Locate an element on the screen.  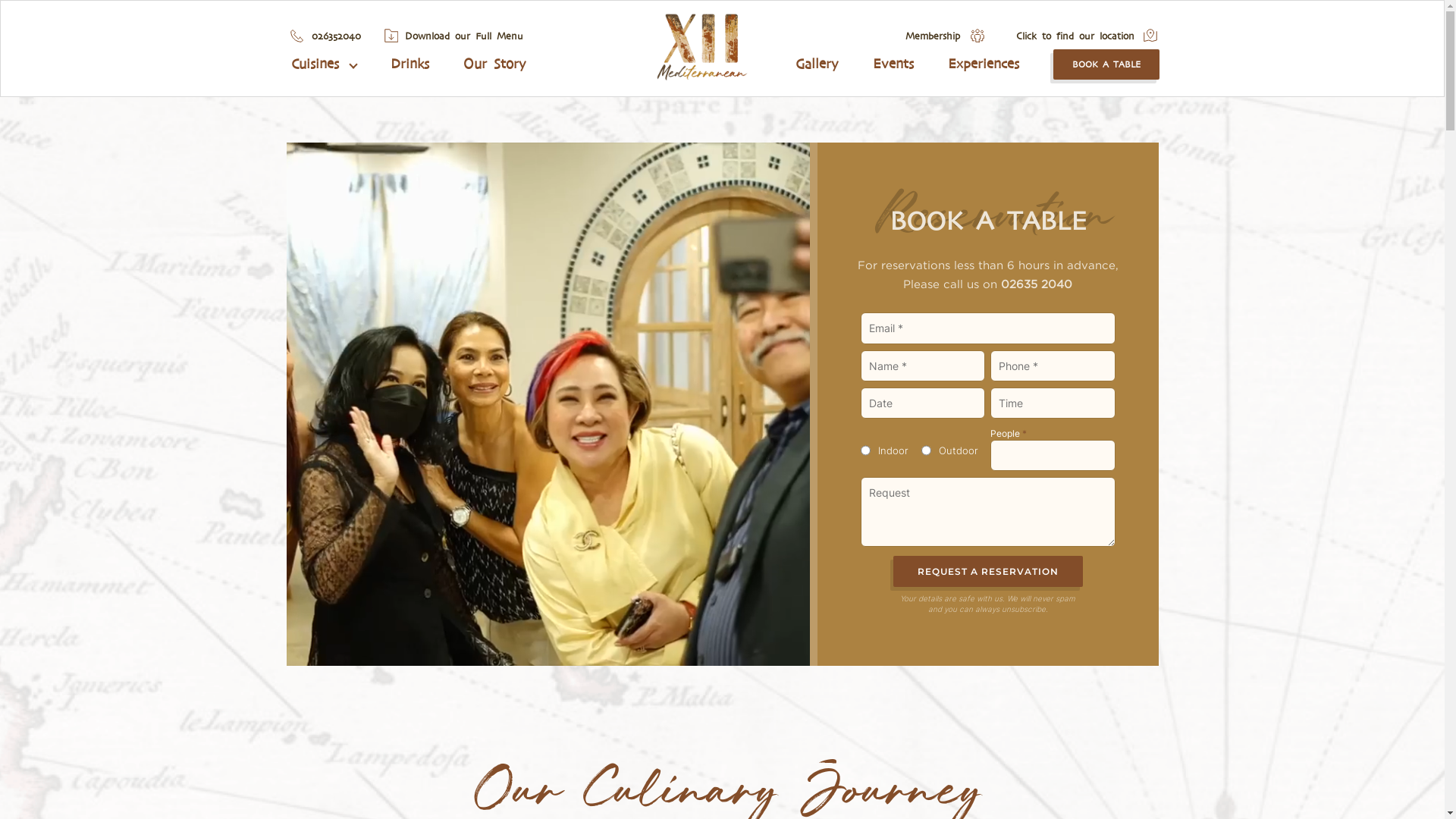
'Membership' is located at coordinates (931, 35).